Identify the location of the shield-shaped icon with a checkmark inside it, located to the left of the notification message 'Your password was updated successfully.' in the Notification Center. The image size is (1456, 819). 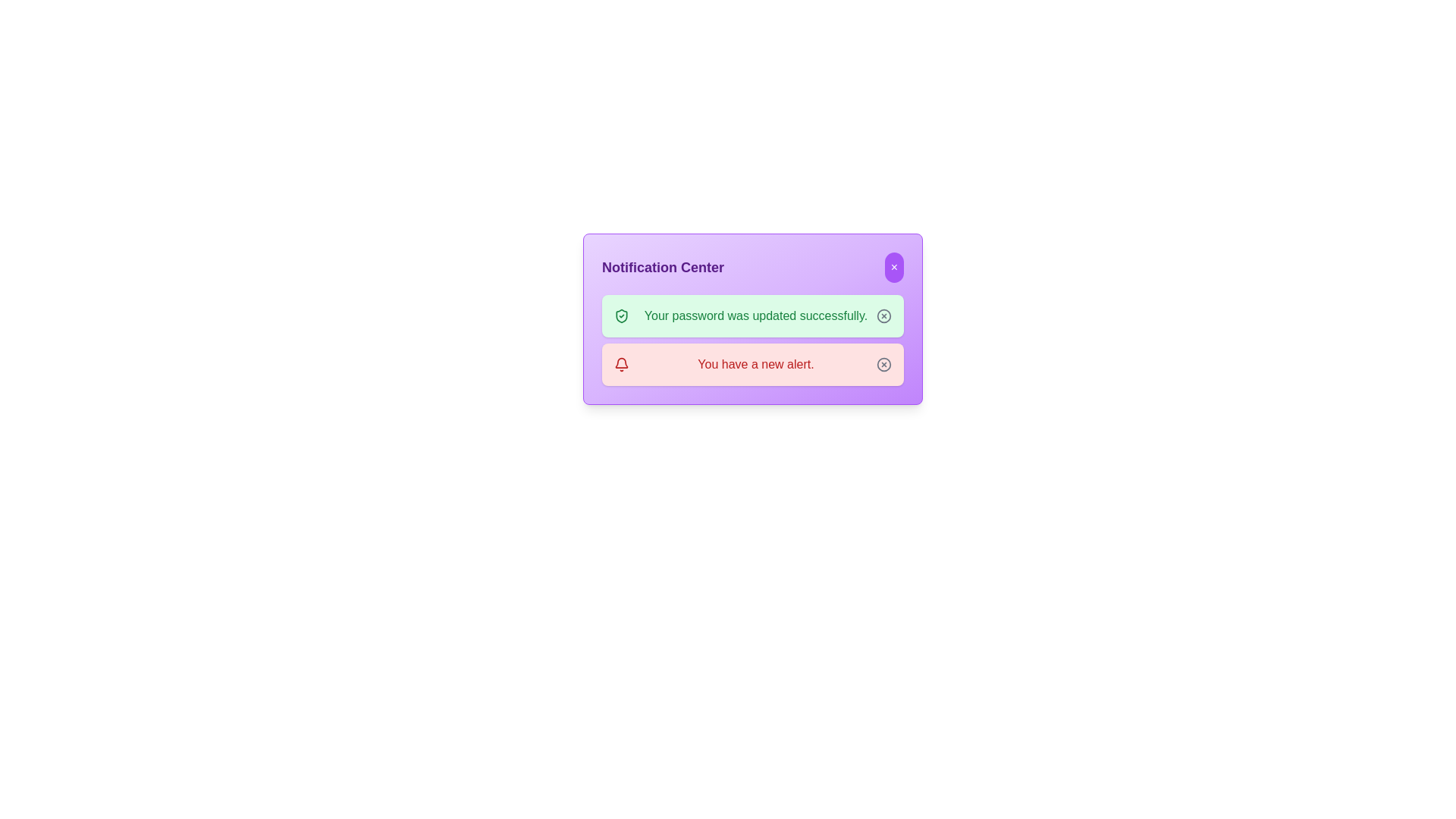
(622, 315).